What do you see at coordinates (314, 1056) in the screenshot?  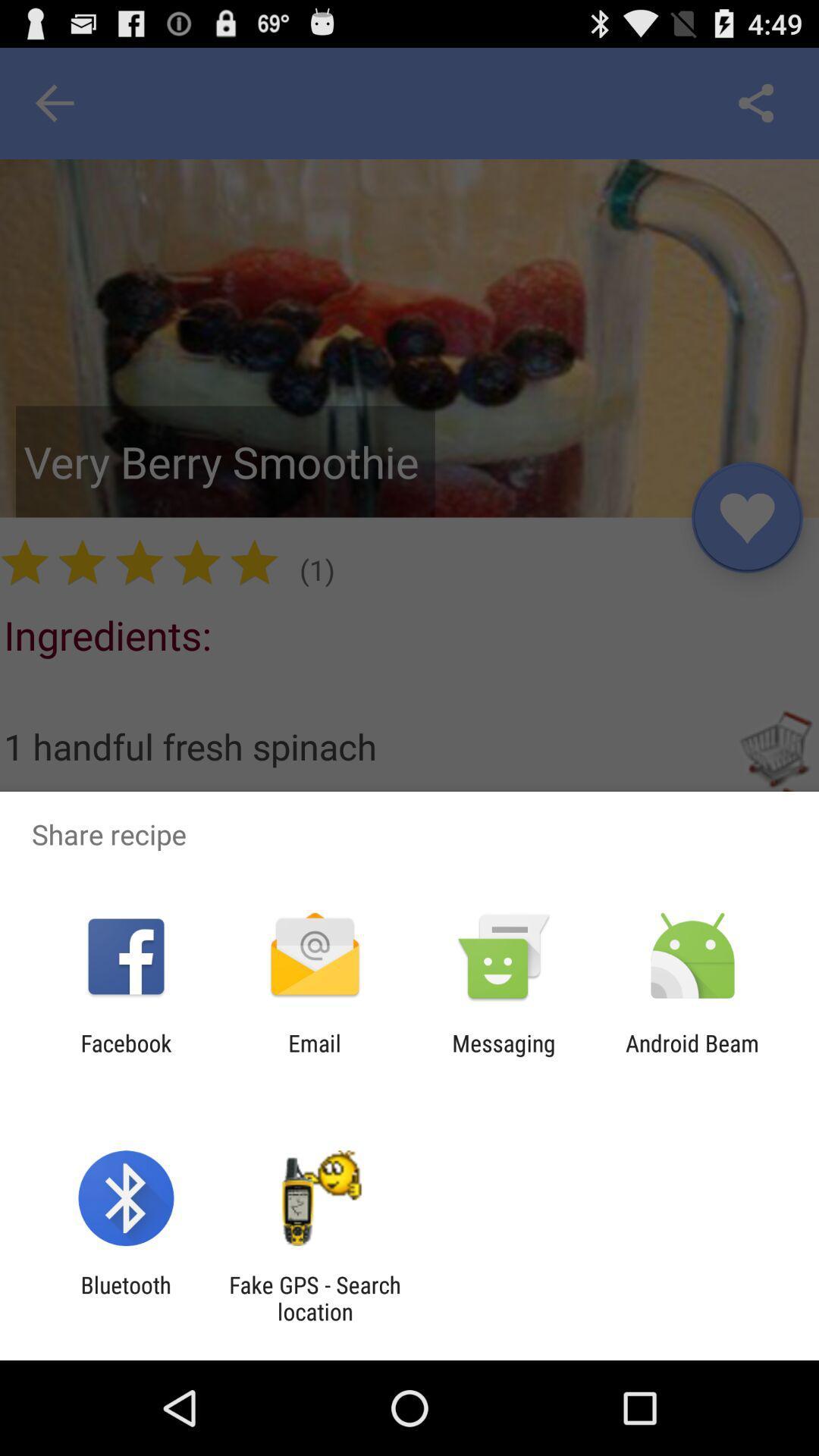 I see `the icon to the right of facebook app` at bounding box center [314, 1056].